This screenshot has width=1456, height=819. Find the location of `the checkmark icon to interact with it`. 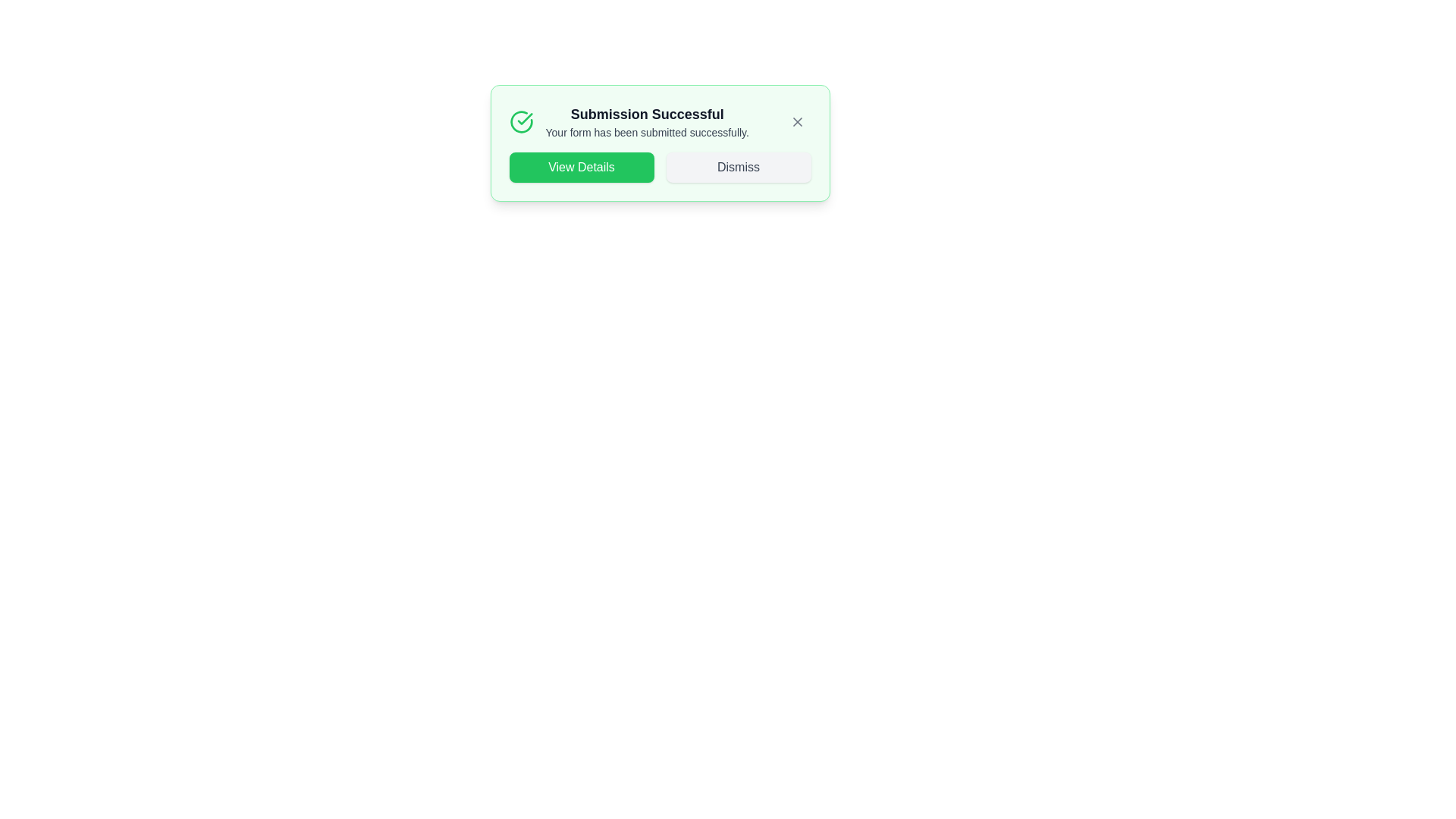

the checkmark icon to interact with it is located at coordinates (521, 121).